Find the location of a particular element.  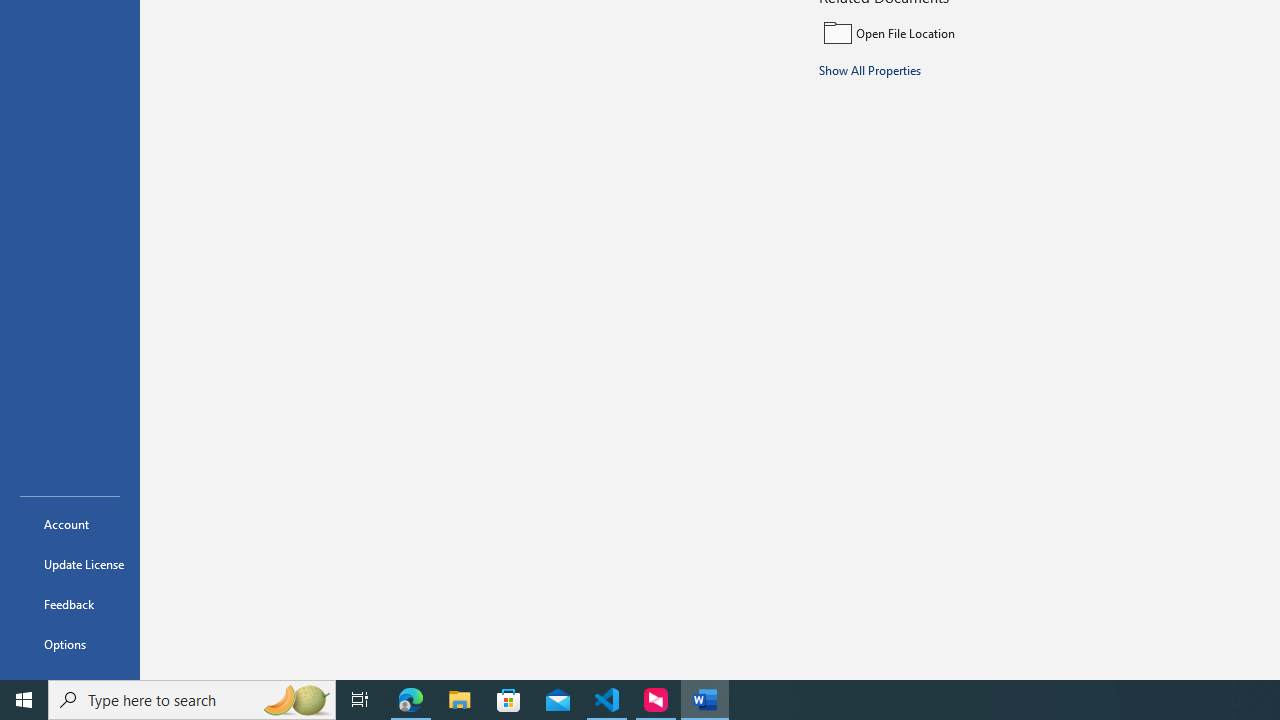

'Options' is located at coordinates (69, 644).